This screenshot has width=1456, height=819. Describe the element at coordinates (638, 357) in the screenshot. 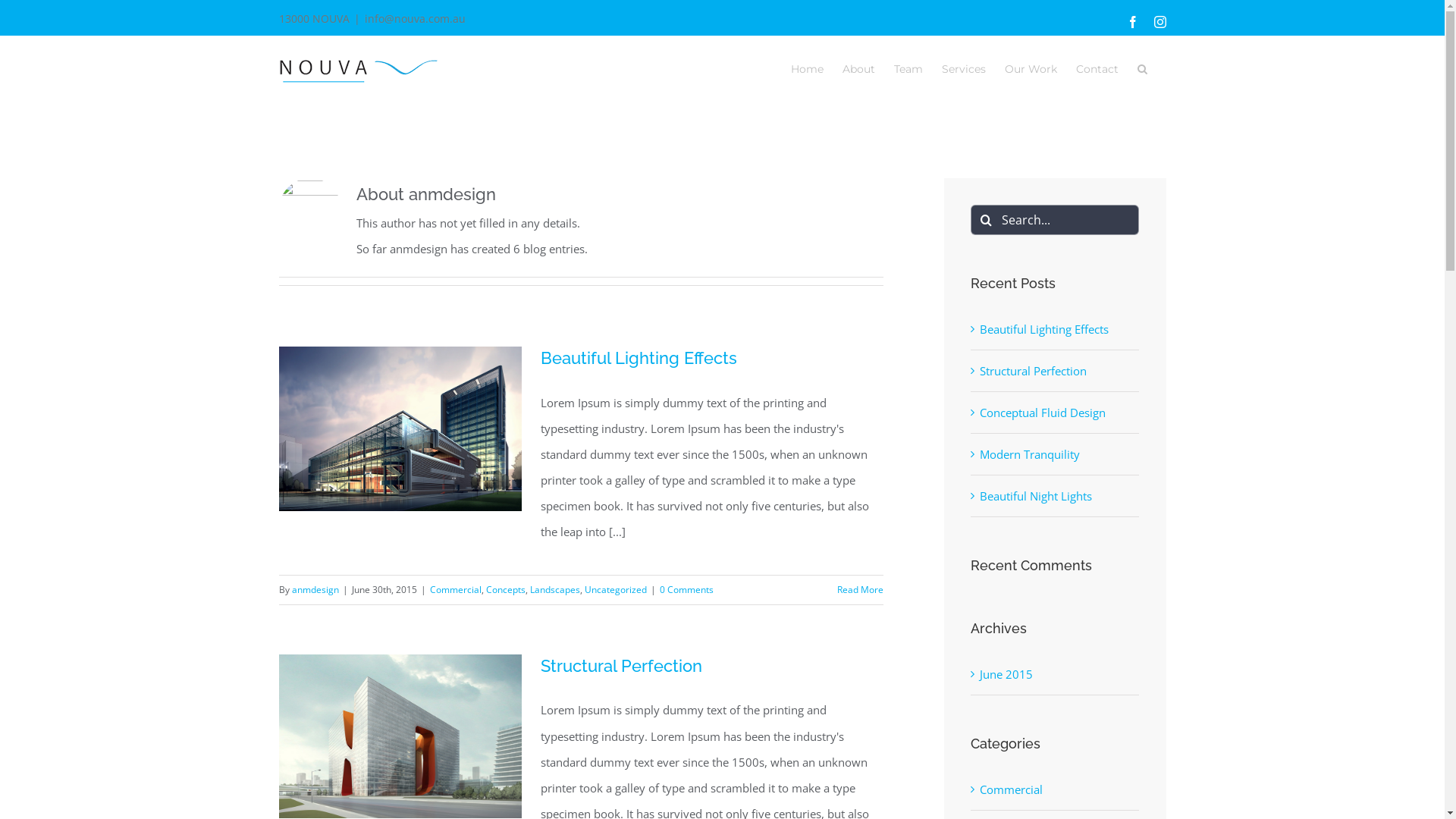

I see `'Beautiful Lighting Effects'` at that location.